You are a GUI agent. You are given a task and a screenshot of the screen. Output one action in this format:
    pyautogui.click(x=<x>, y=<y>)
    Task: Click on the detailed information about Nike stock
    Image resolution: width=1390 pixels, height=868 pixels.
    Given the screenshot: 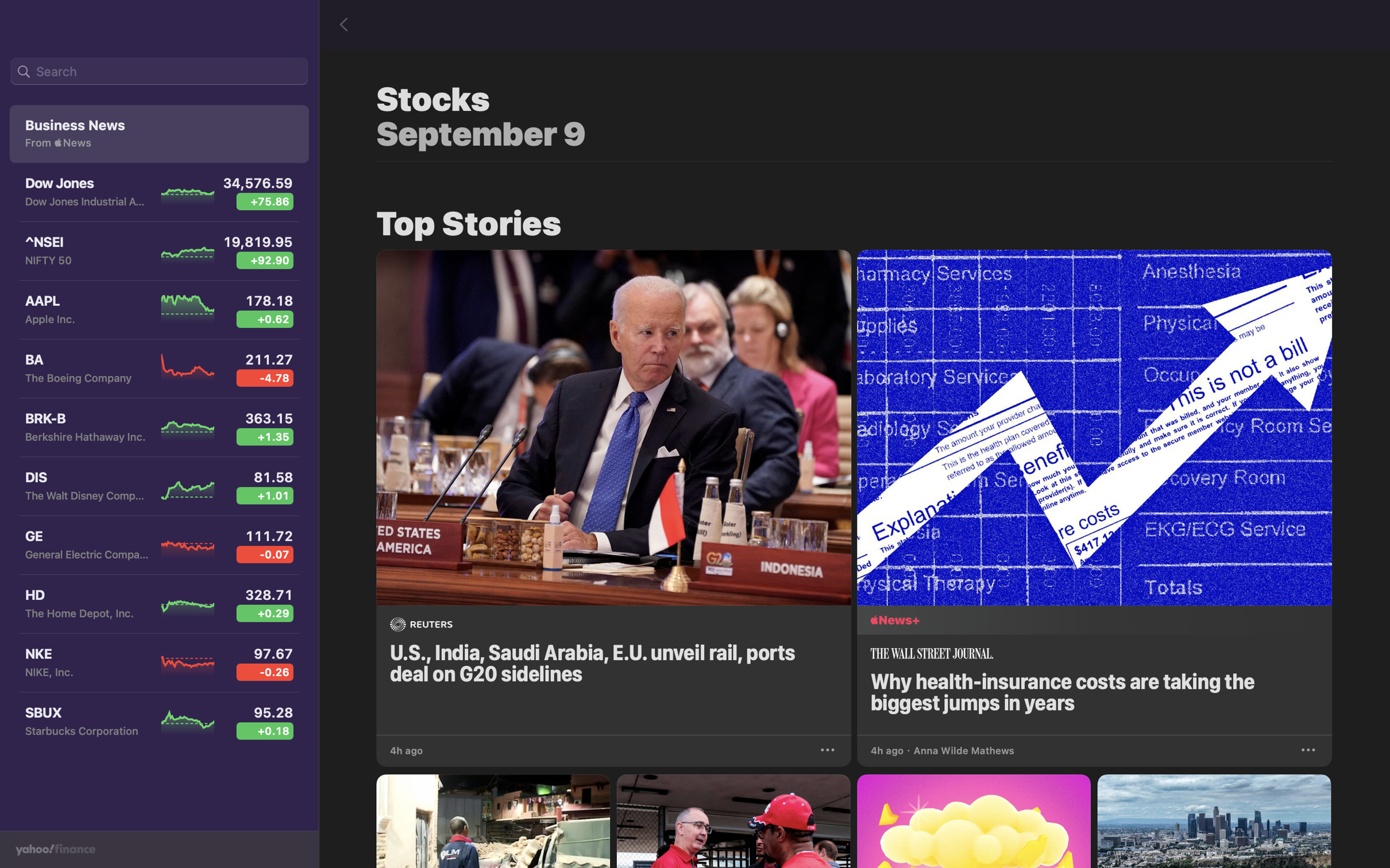 What is the action you would take?
    pyautogui.click(x=159, y=668)
    